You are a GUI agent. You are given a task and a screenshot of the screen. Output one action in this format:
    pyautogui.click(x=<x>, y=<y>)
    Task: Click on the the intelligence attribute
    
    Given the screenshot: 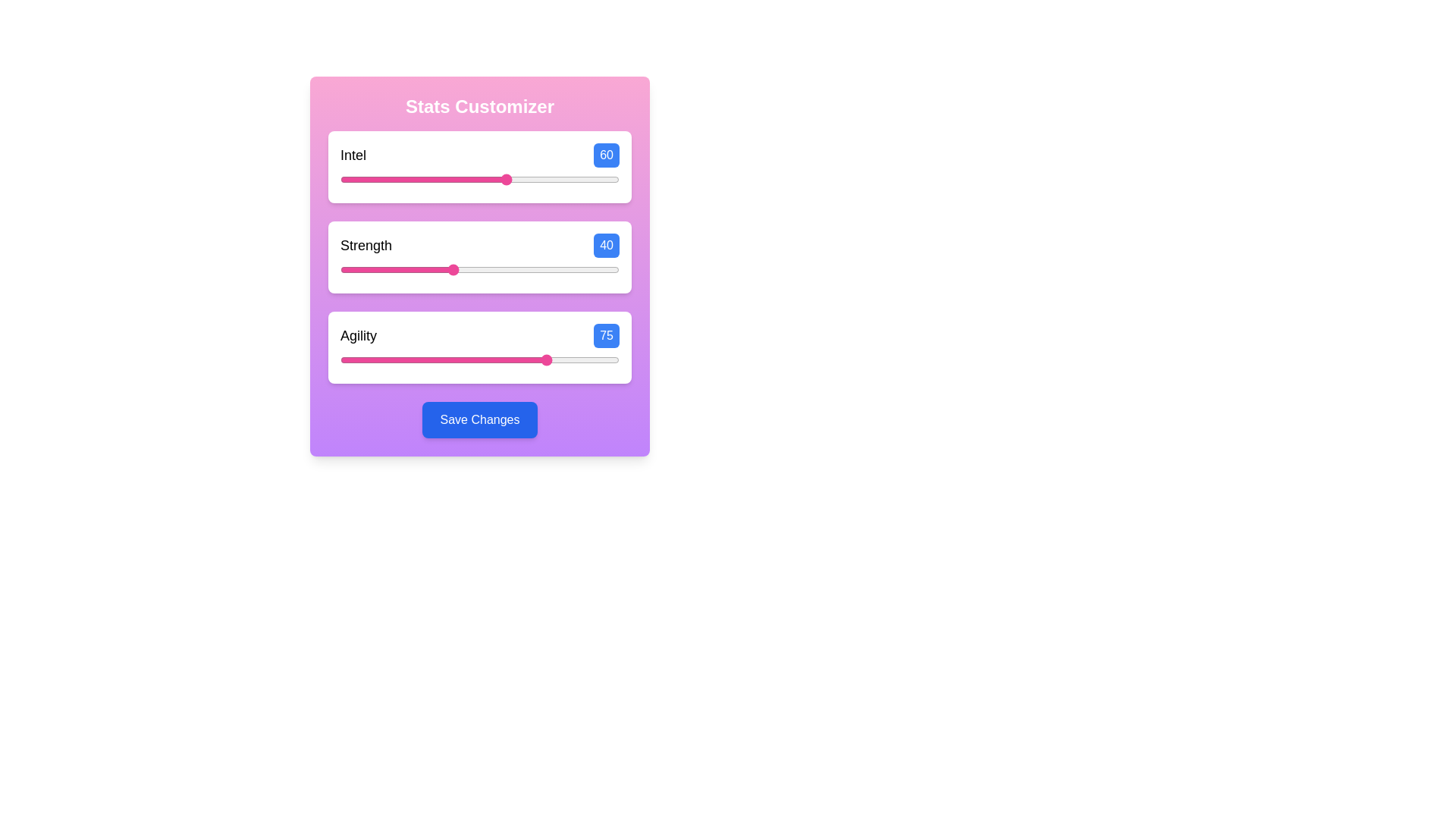 What is the action you would take?
    pyautogui.click(x=527, y=178)
    